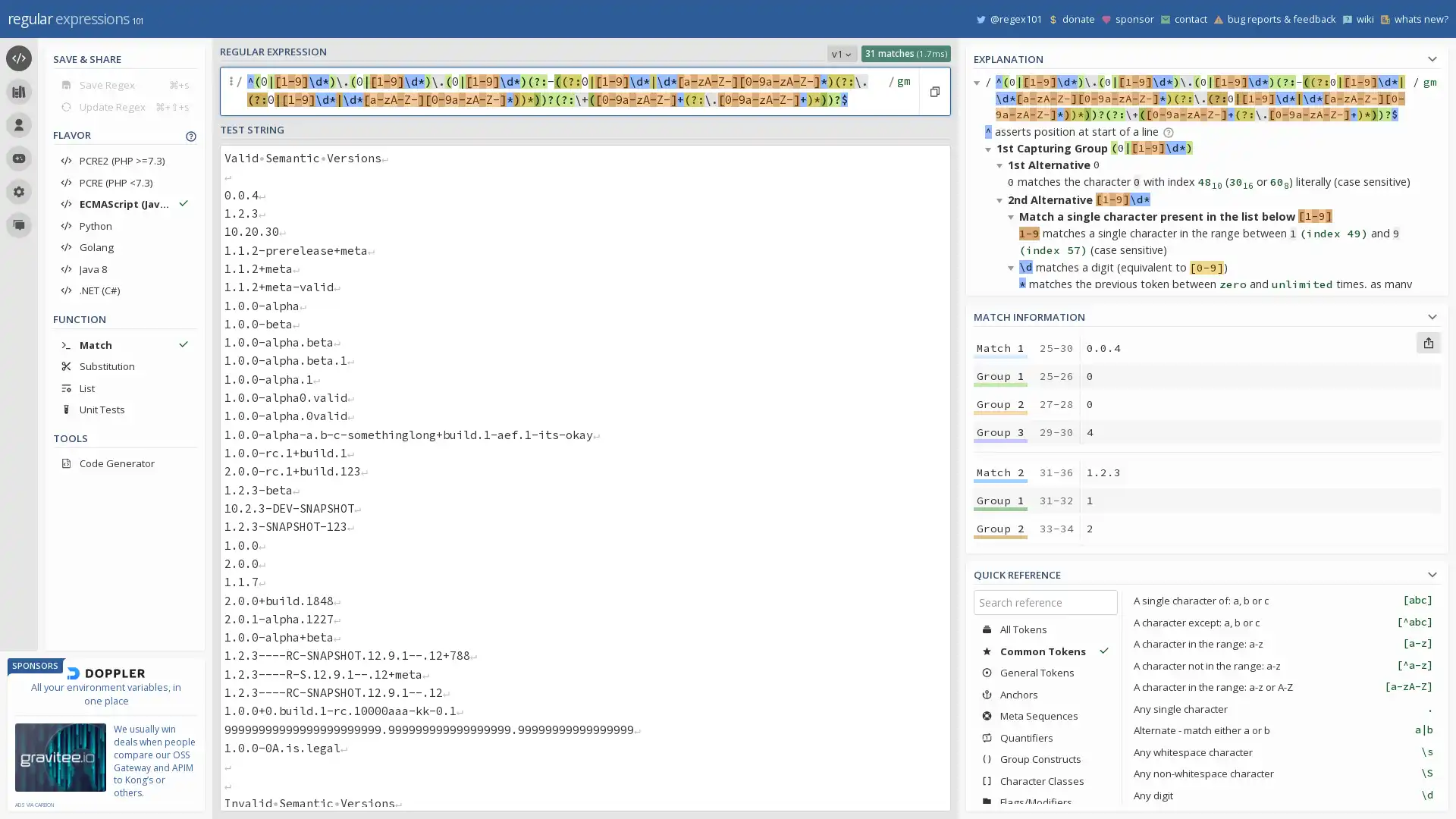 Image resolution: width=1456 pixels, height=819 pixels. What do you see at coordinates (1044, 650) in the screenshot?
I see `Common Tokens` at bounding box center [1044, 650].